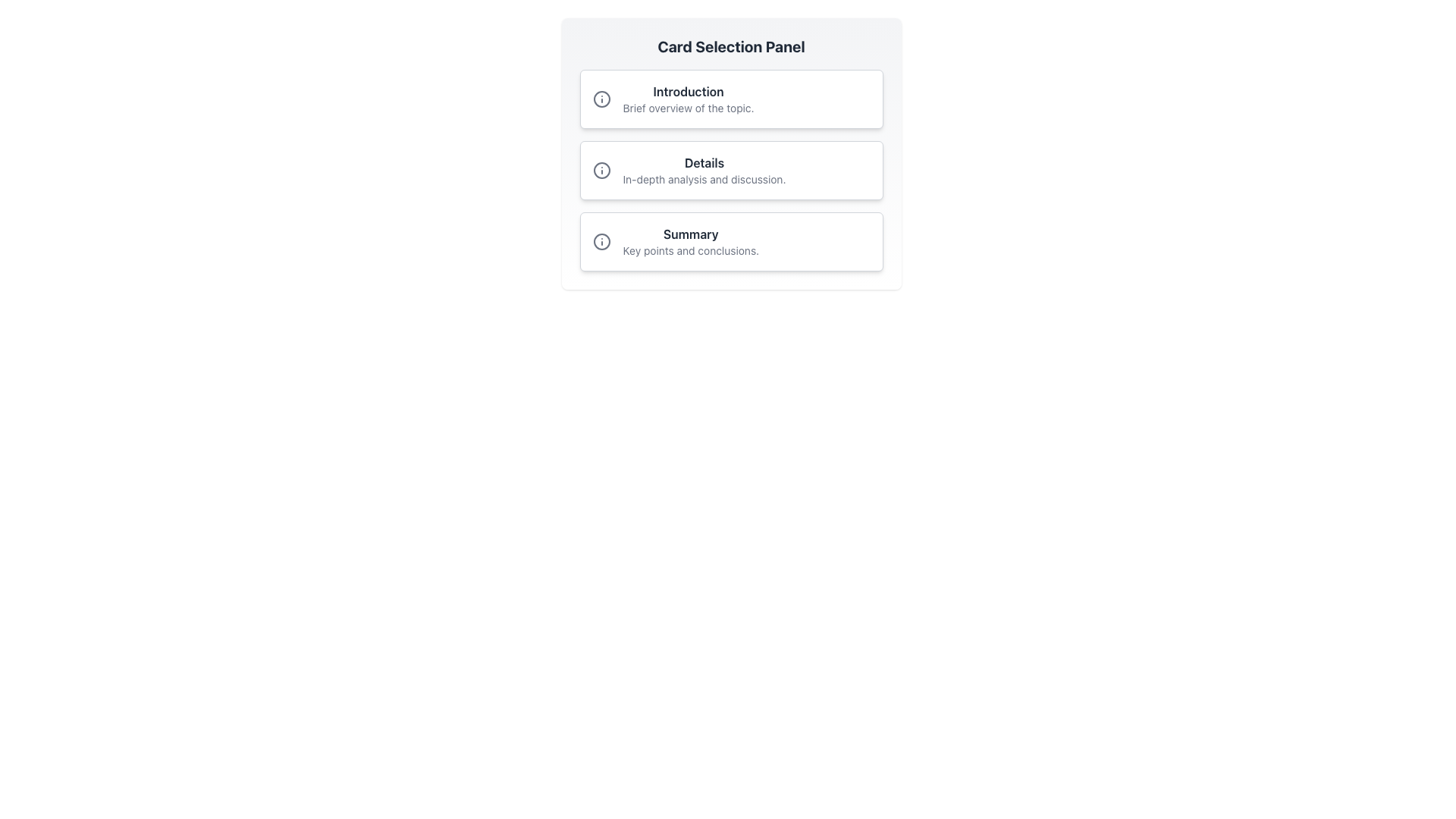  I want to click on the 'Details' card in the Card Selection Panel, which features bold text and a description, so click(703, 170).